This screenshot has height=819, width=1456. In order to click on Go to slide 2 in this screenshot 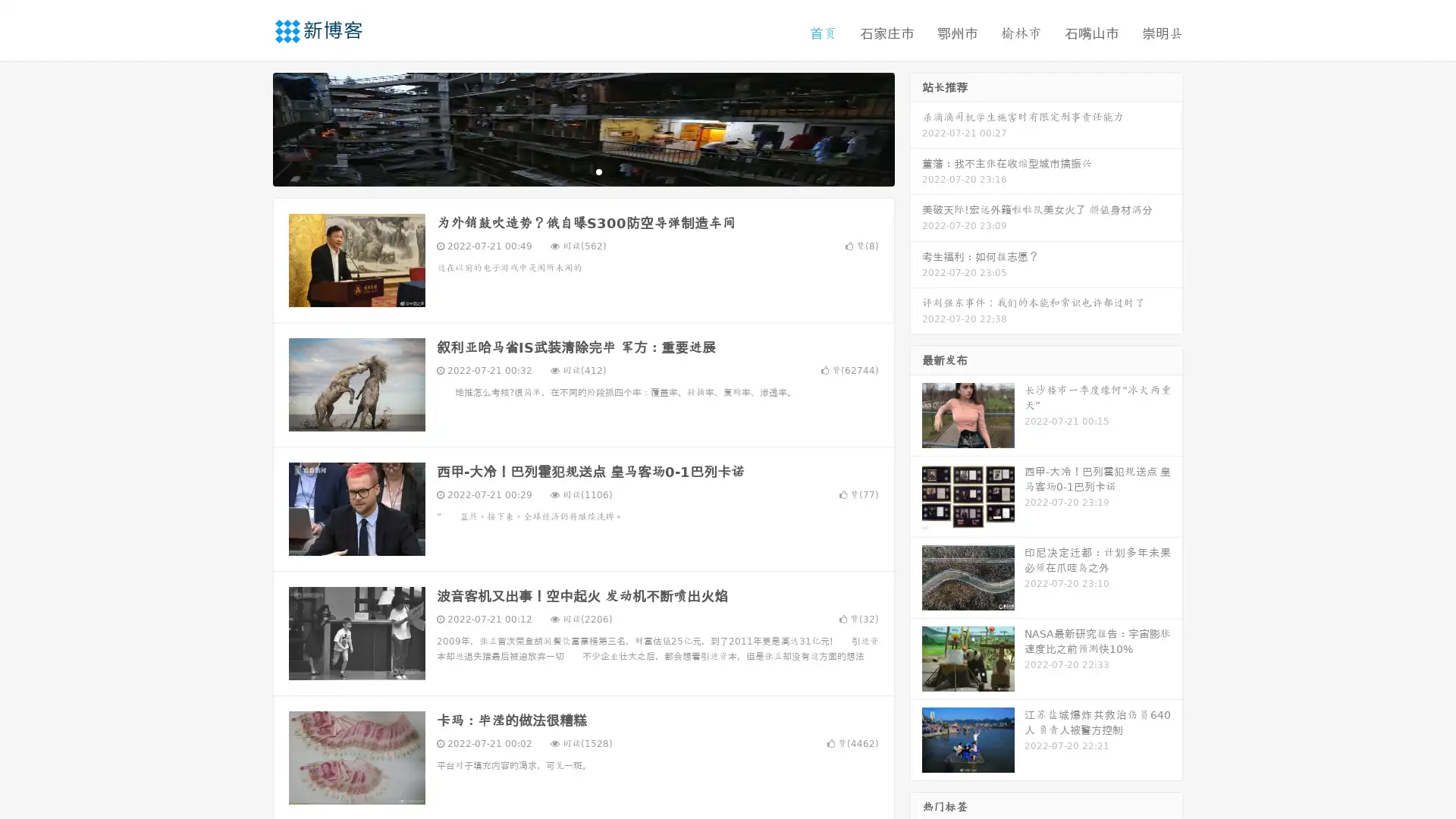, I will do `click(582, 171)`.